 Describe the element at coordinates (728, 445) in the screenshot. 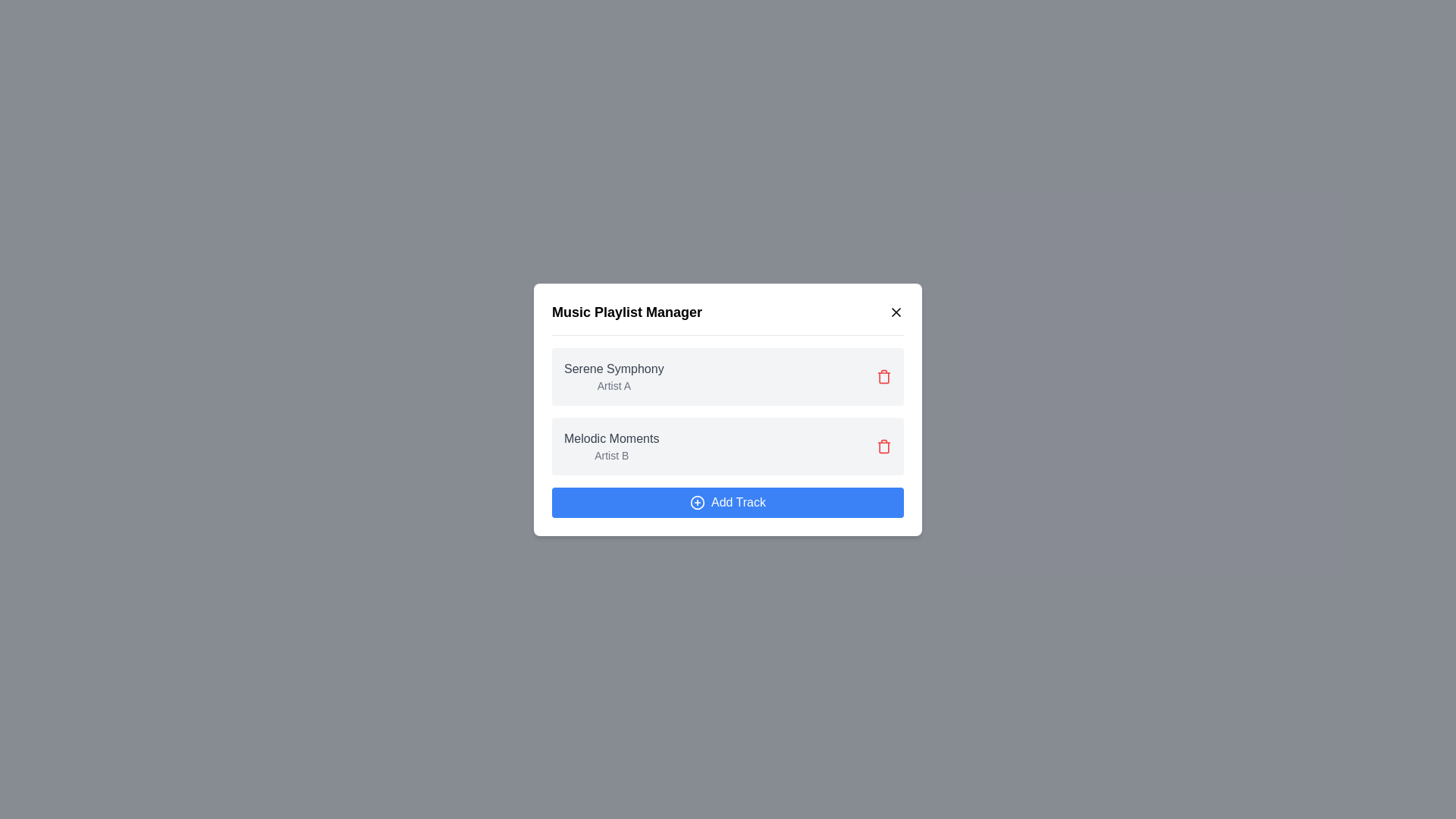

I see `the list item labeled 'Melodic Moments Artist B'` at that location.